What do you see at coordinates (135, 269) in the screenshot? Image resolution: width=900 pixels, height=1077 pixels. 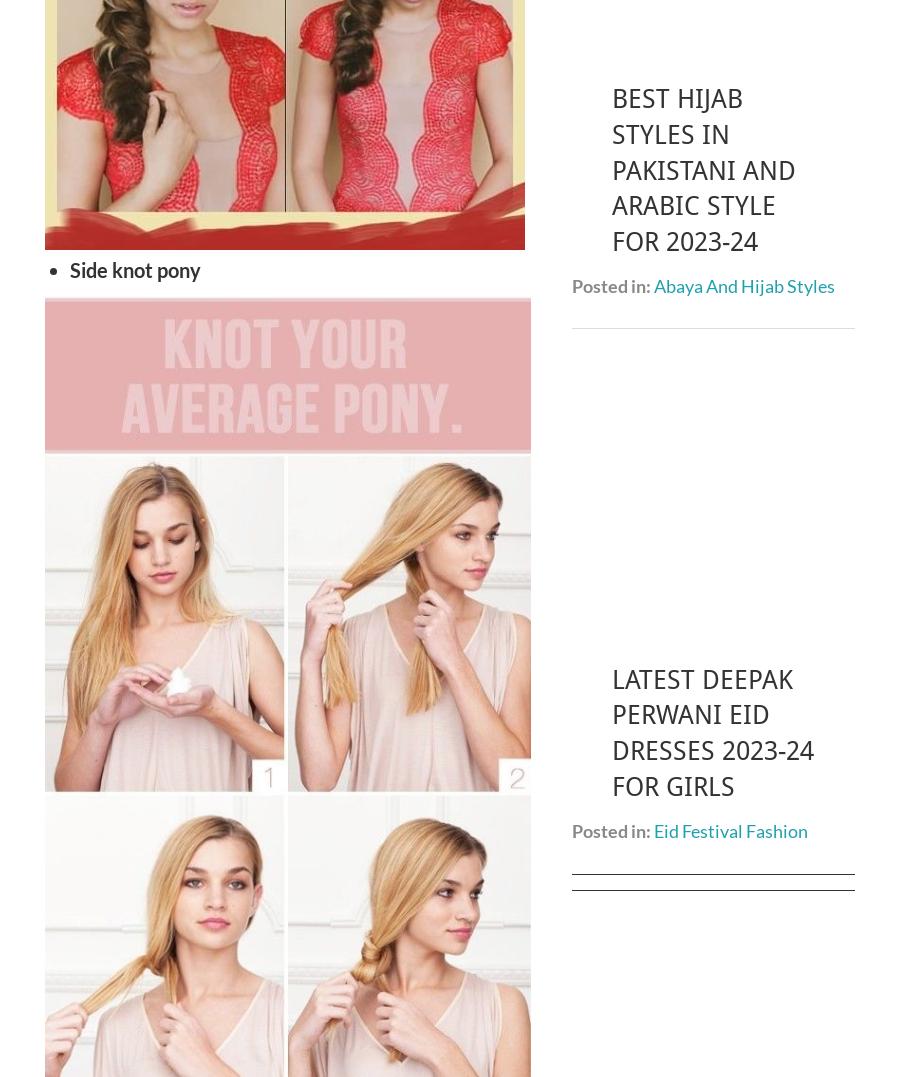 I see `'Side knot pony'` at bounding box center [135, 269].